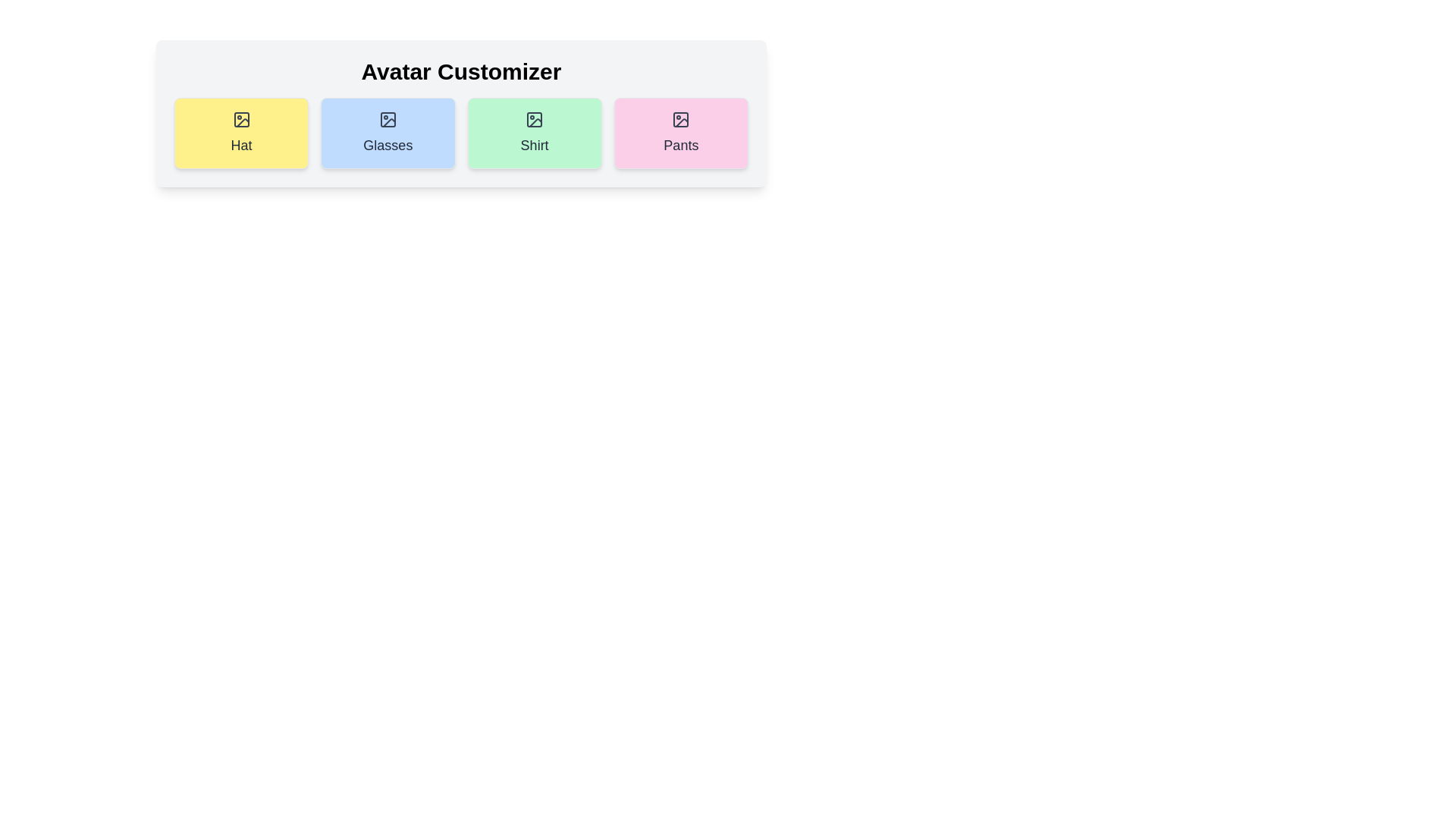 The width and height of the screenshot is (1456, 819). I want to click on the Icon representing the 'Shirt' customization option located inside the green box labeled 'Shirt' in the Avatar Customizer section, so click(535, 119).